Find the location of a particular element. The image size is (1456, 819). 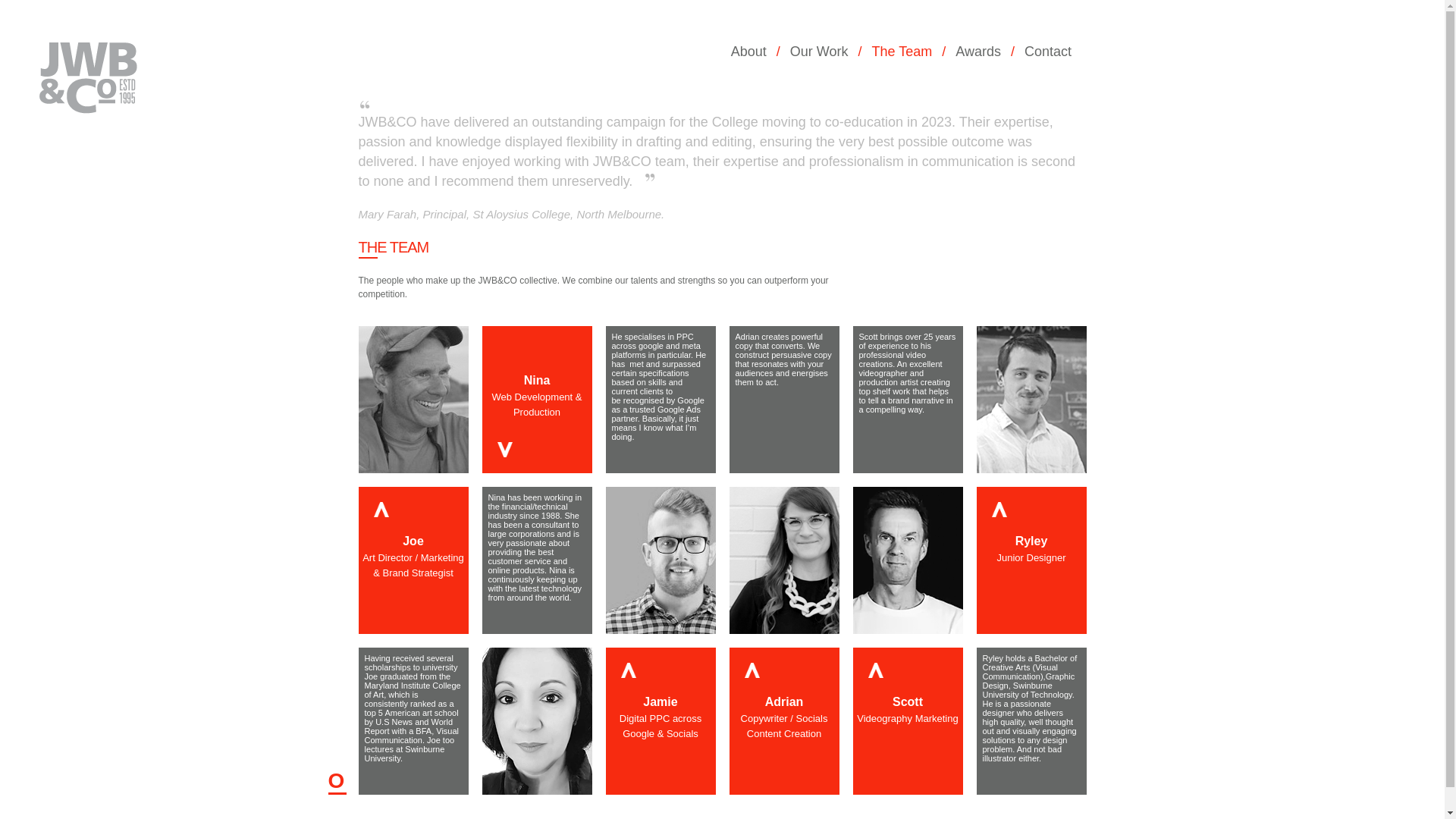

' ' is located at coordinates (14, 102).